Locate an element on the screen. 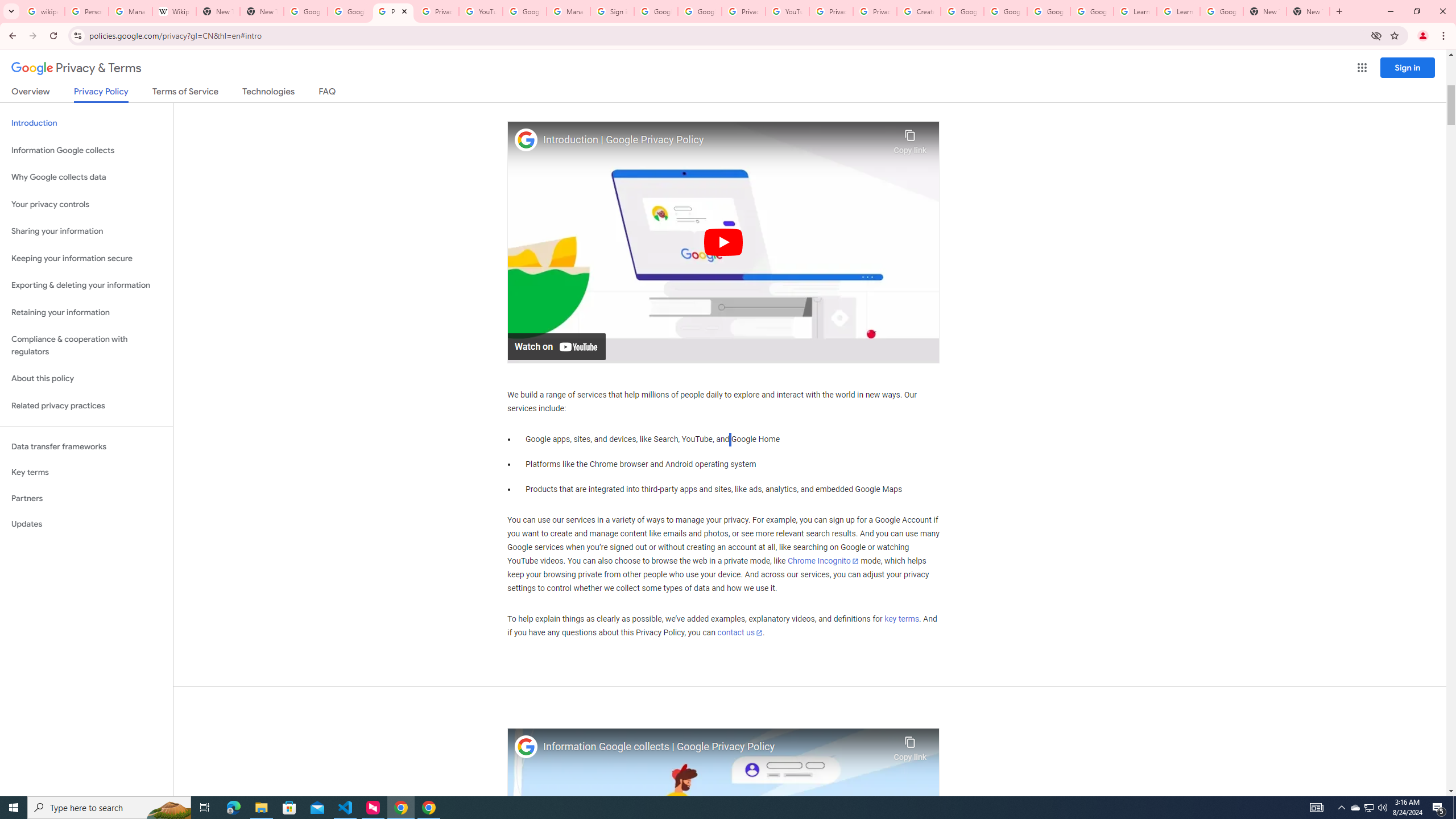 The height and width of the screenshot is (819, 1456). 'Google Account' is located at coordinates (1221, 11).